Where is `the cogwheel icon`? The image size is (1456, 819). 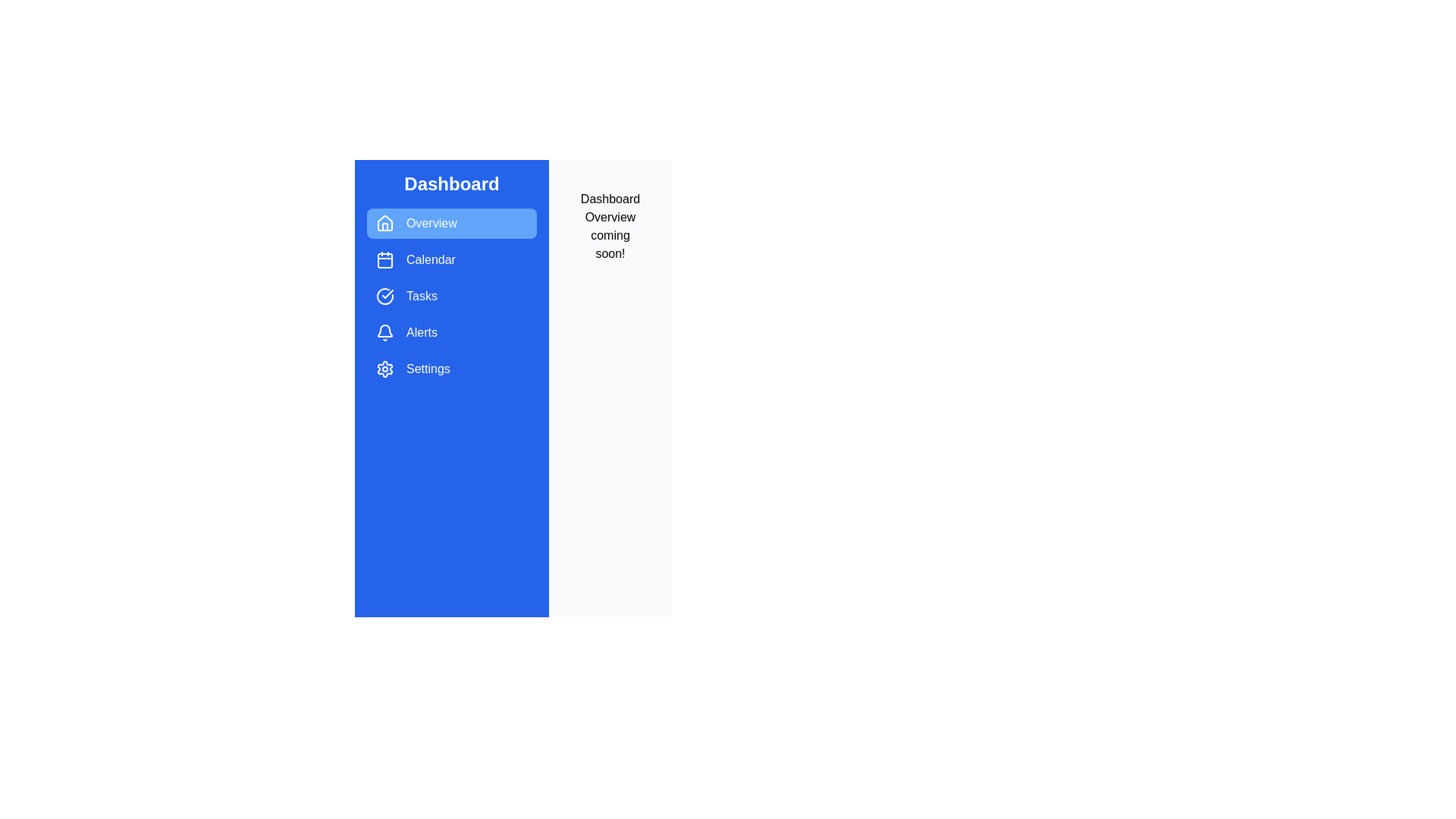
the cogwheel icon is located at coordinates (385, 369).